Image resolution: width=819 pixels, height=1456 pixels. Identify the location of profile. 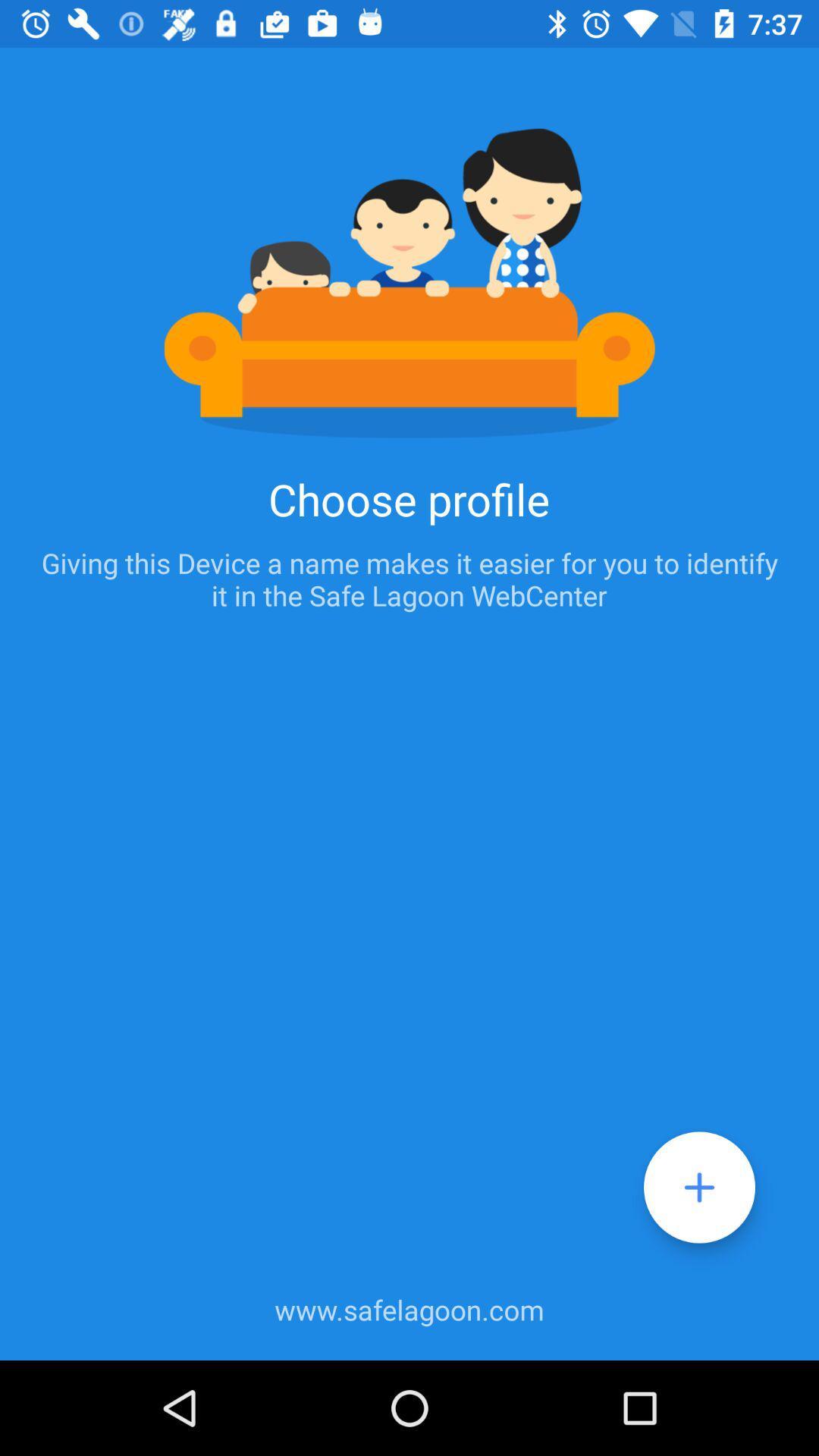
(699, 1186).